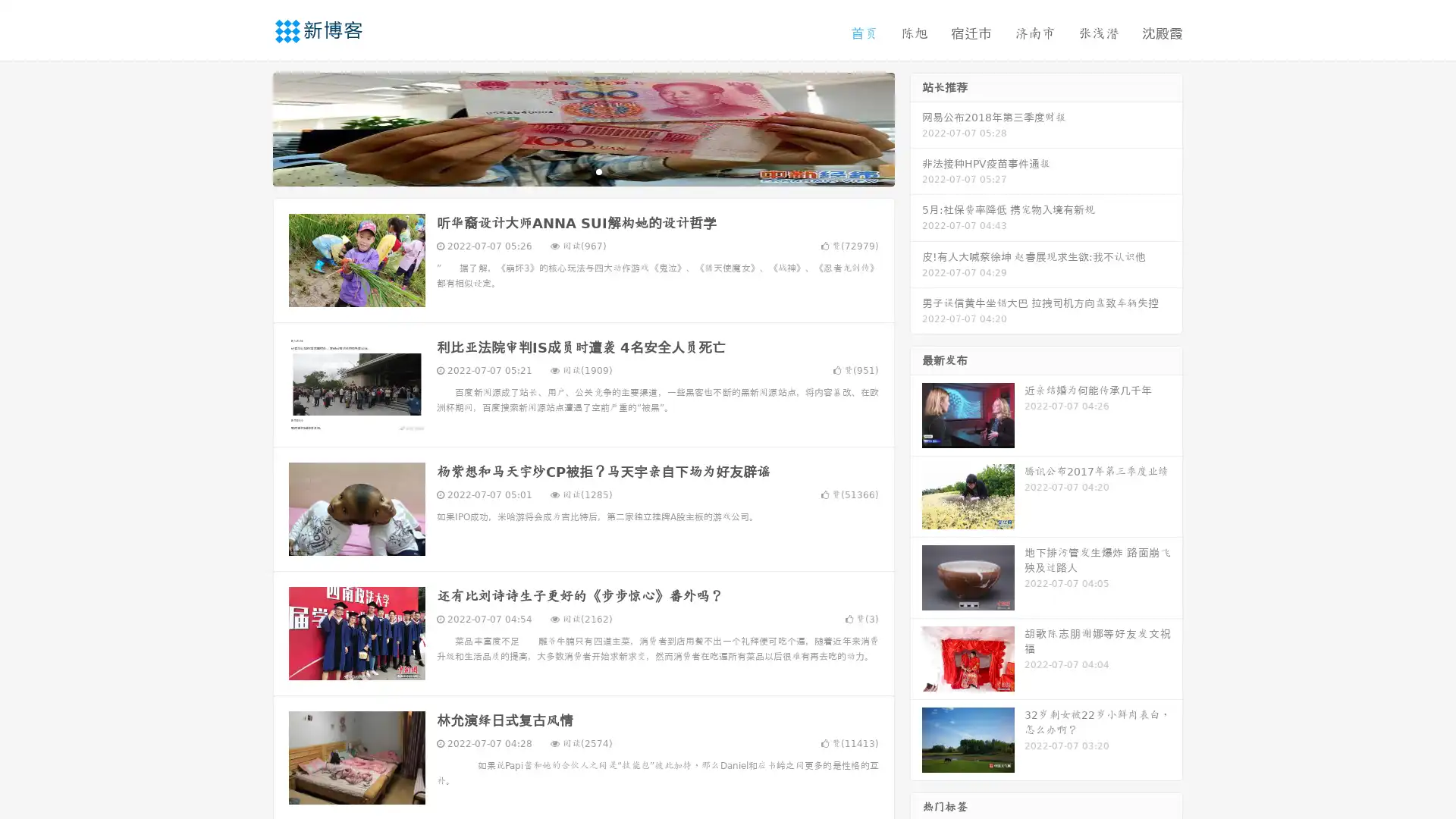 This screenshot has width=1456, height=819. What do you see at coordinates (916, 127) in the screenshot?
I see `Next slide` at bounding box center [916, 127].